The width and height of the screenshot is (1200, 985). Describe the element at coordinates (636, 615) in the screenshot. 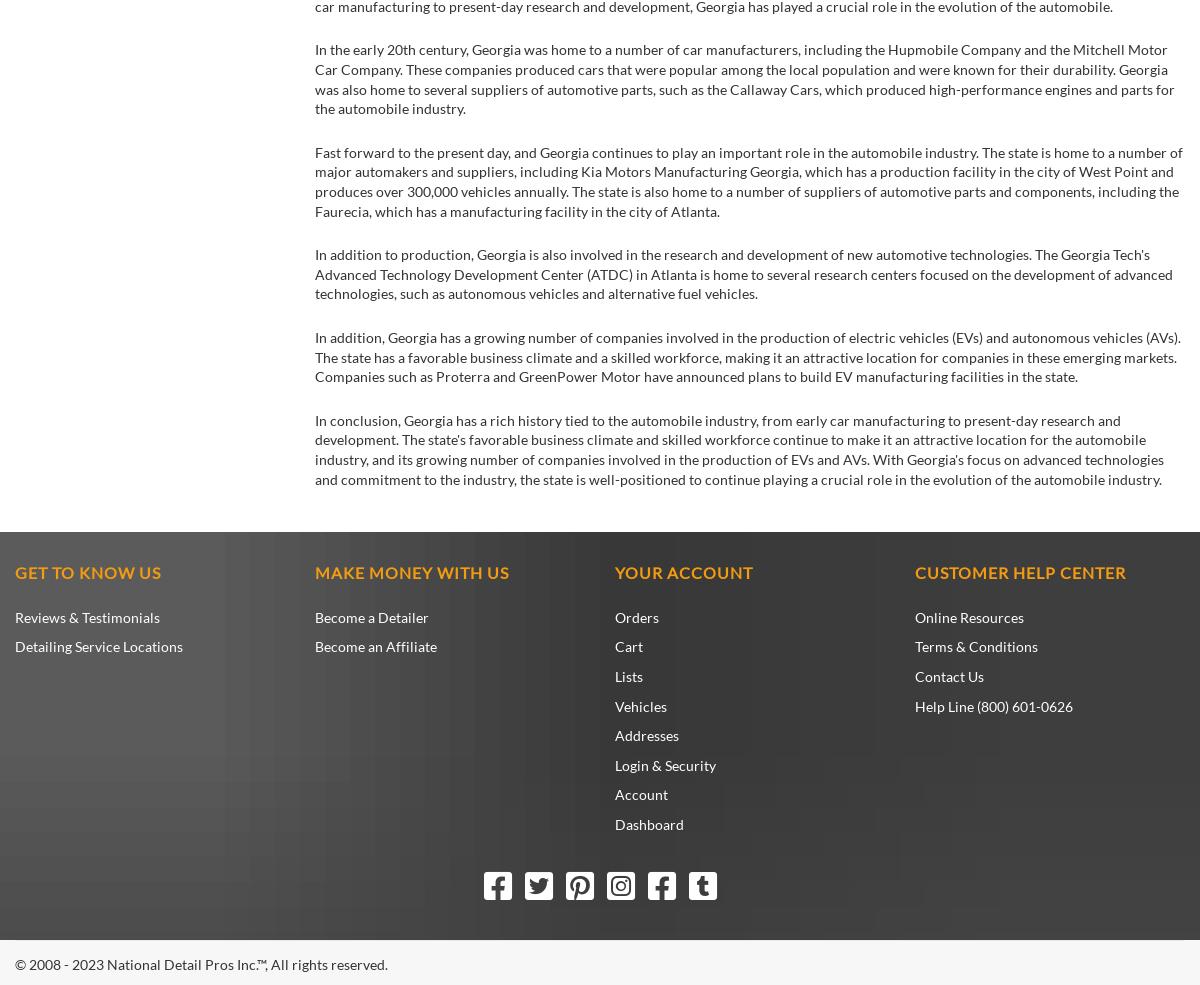

I see `'Orders'` at that location.